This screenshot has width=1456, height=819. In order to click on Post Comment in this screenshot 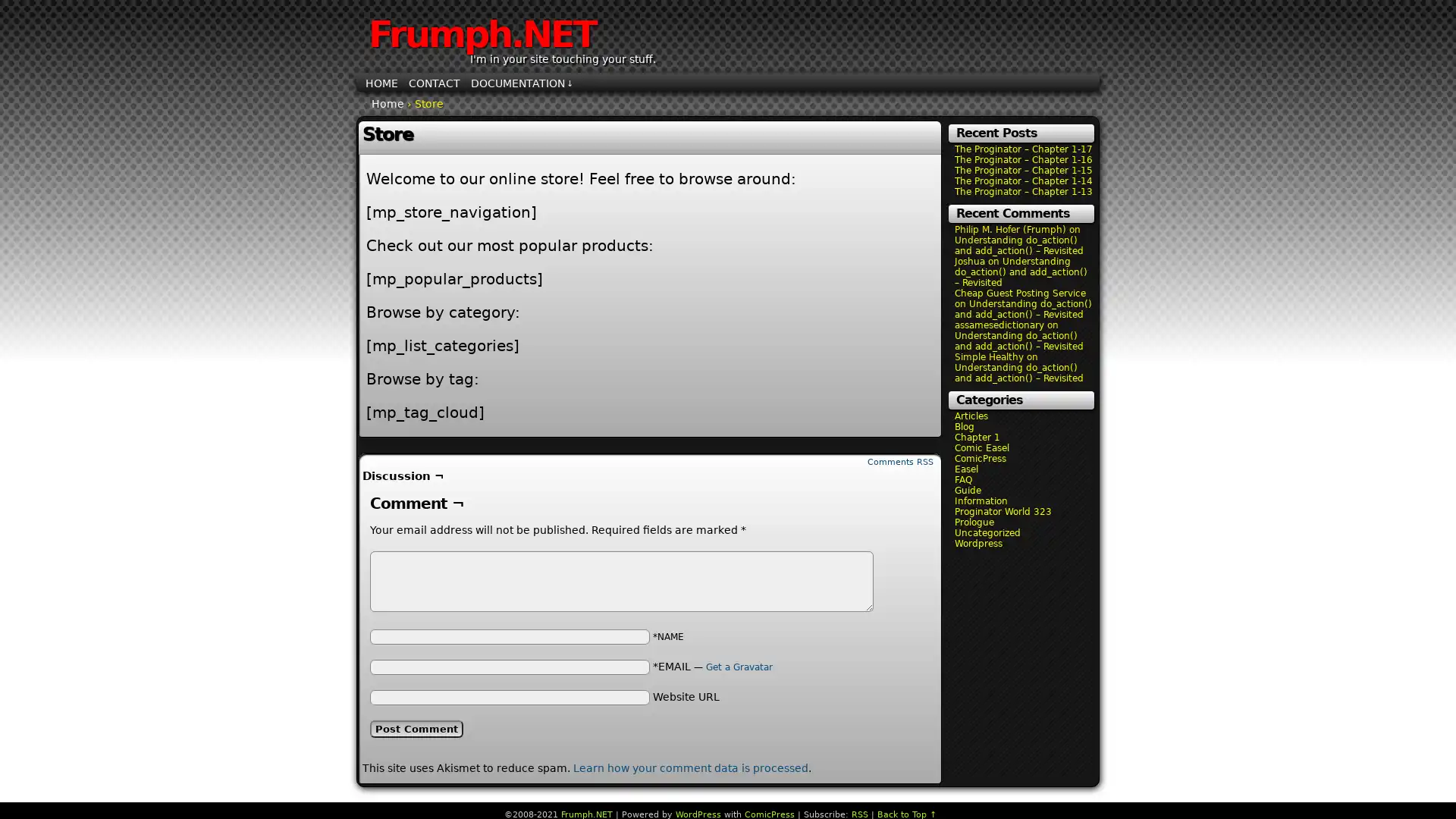, I will do `click(416, 728)`.